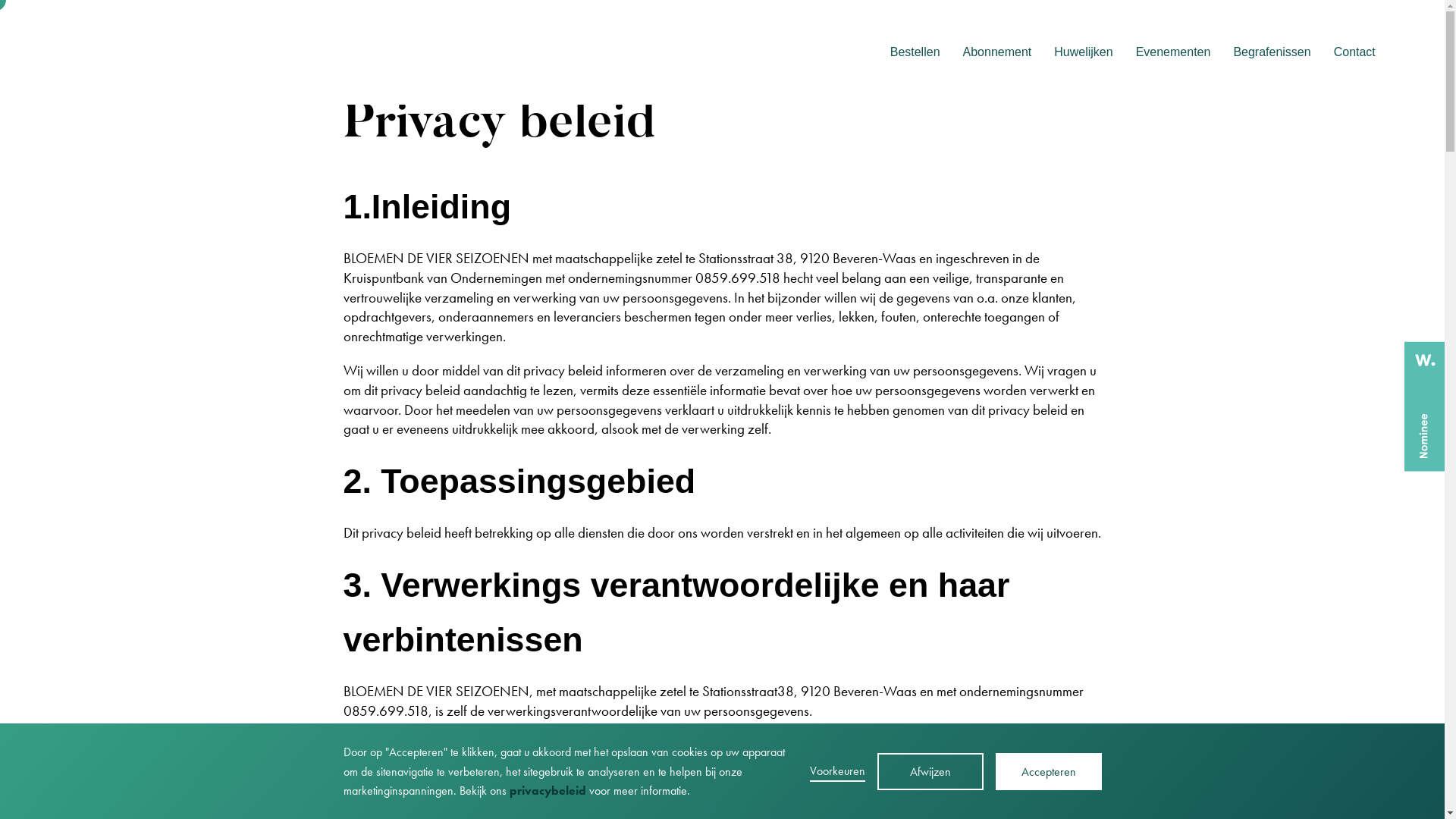 Image resolution: width=1456 pixels, height=819 pixels. Describe the element at coordinates (1047, 772) in the screenshot. I see `'Accepteren'` at that location.